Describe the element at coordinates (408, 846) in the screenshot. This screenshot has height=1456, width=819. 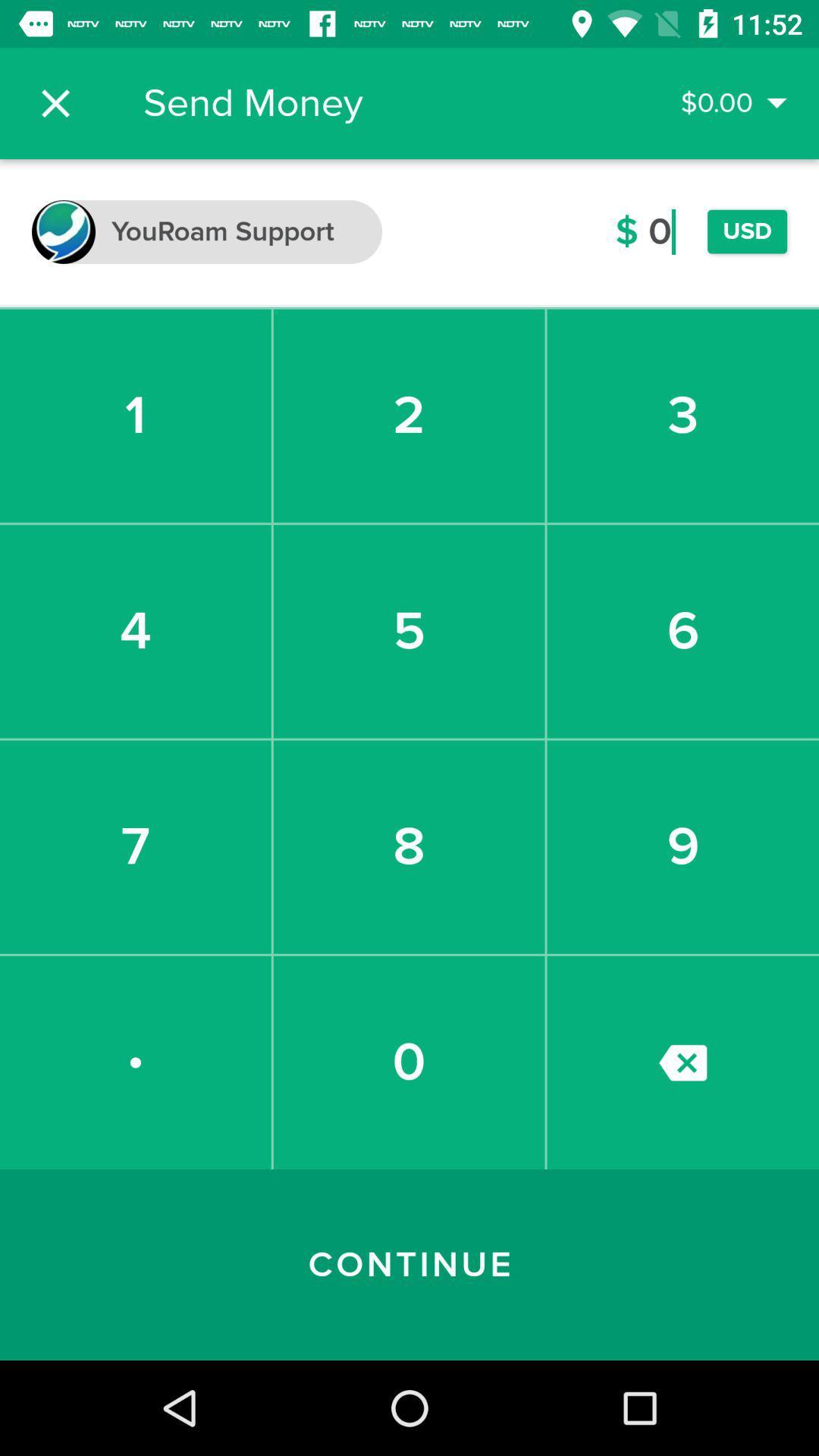
I see `8` at that location.